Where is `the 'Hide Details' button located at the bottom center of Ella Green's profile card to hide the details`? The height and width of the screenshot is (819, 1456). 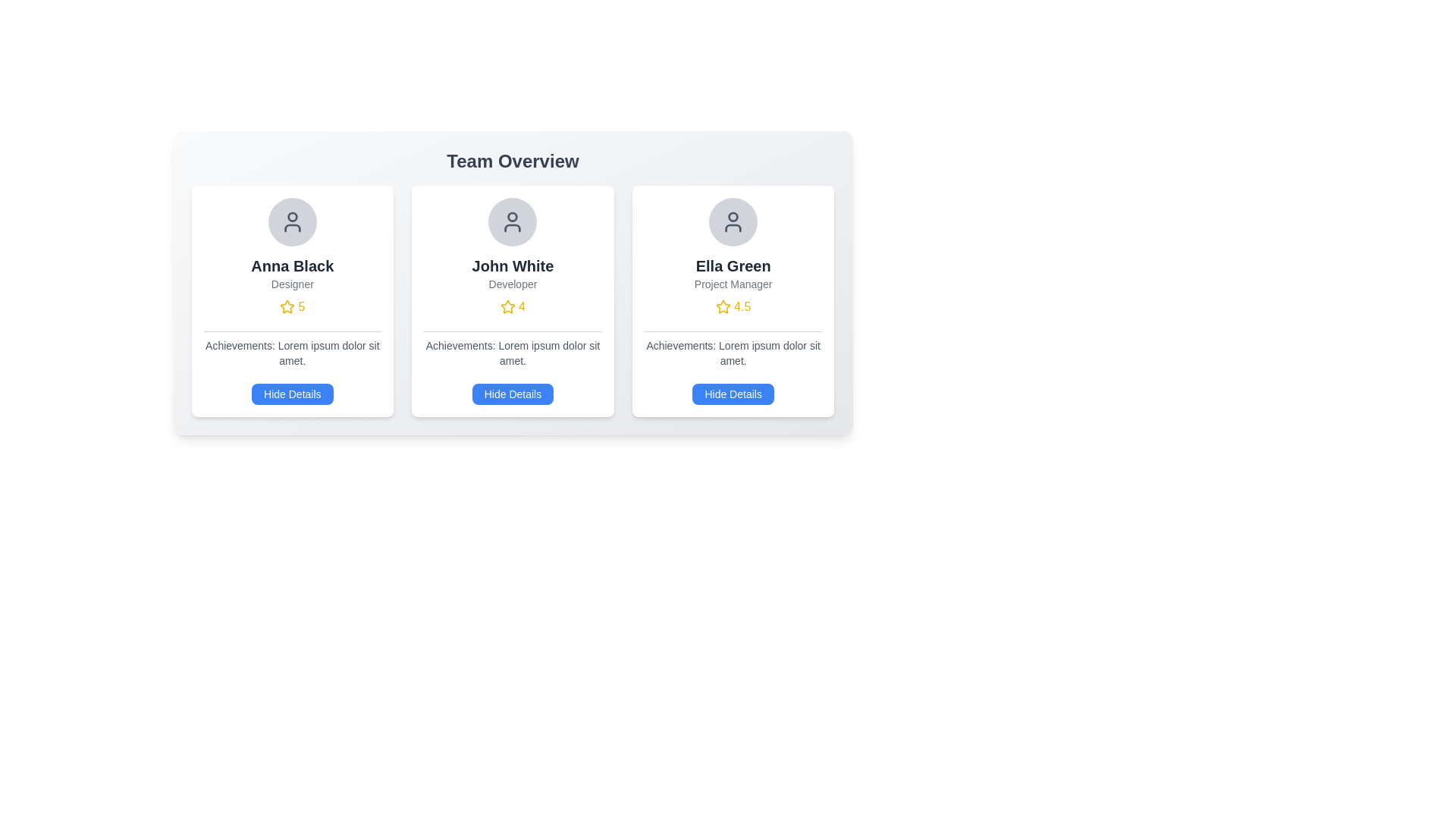
the 'Hide Details' button located at the bottom center of Ella Green's profile card to hide the details is located at coordinates (733, 394).